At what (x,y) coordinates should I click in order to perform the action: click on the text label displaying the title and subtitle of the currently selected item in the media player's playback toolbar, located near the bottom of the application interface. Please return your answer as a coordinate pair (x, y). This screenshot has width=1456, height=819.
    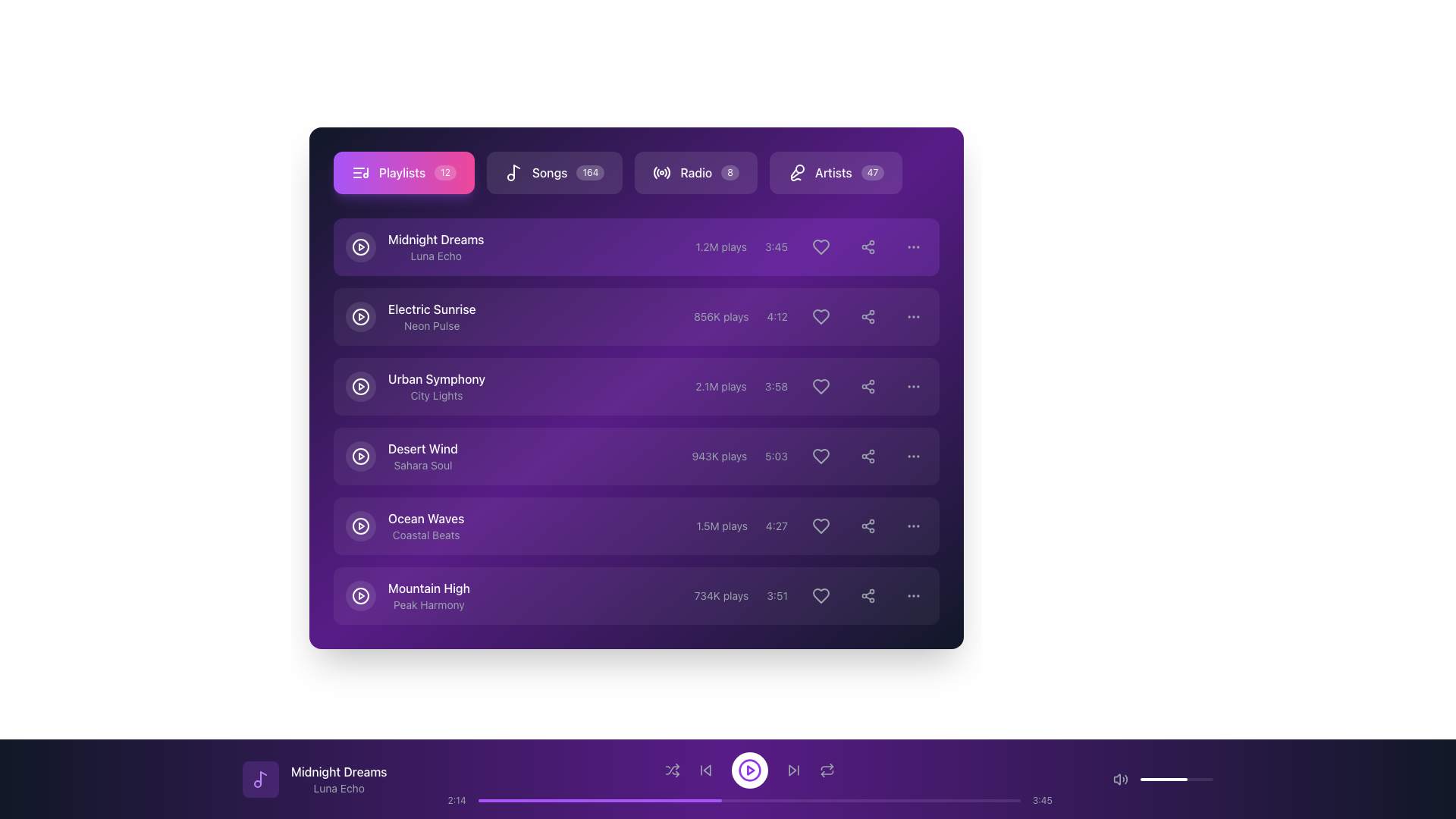
    Looking at the image, I should click on (338, 780).